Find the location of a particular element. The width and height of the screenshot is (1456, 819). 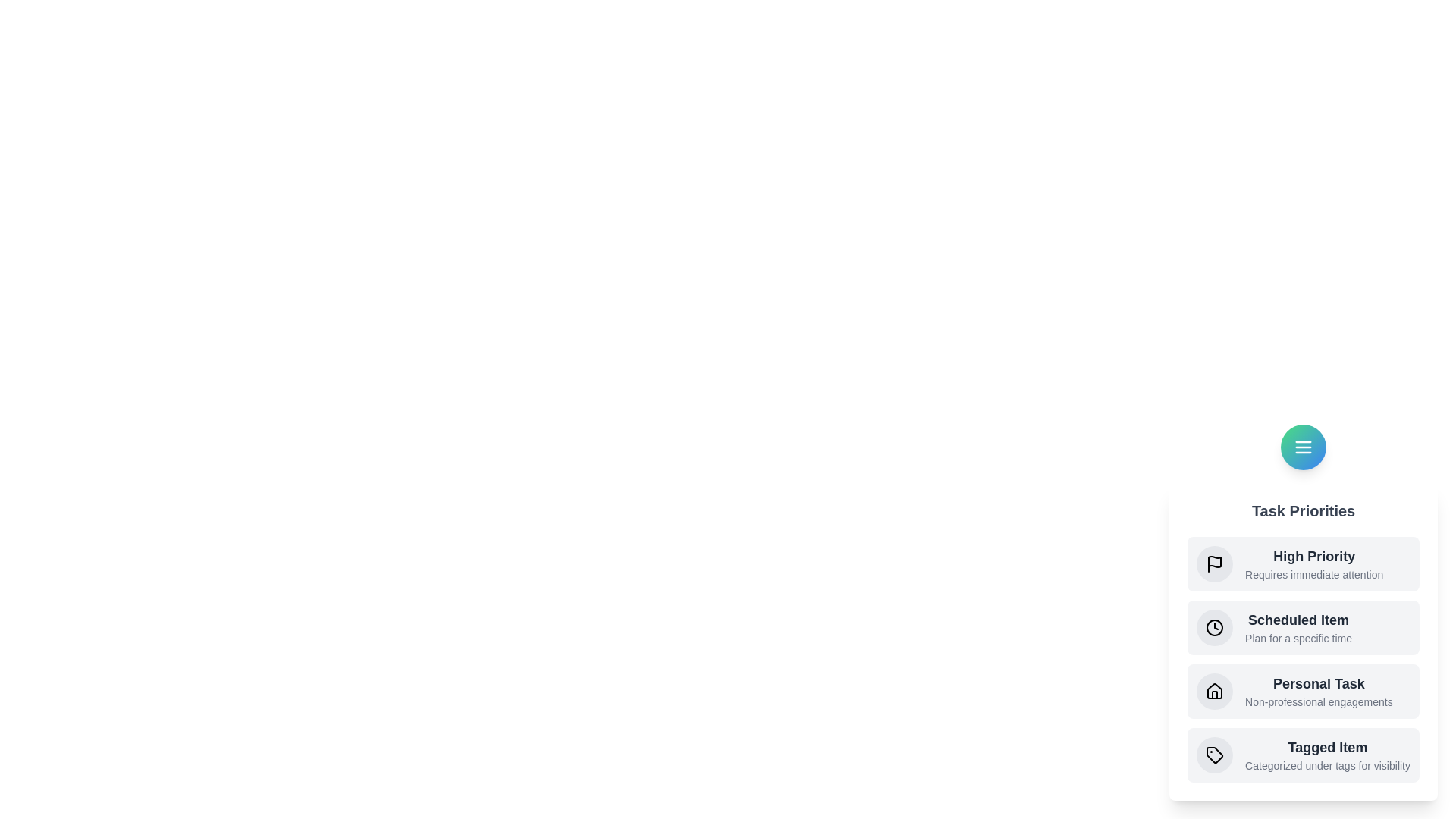

the specified element: personal_task is located at coordinates (1215, 691).